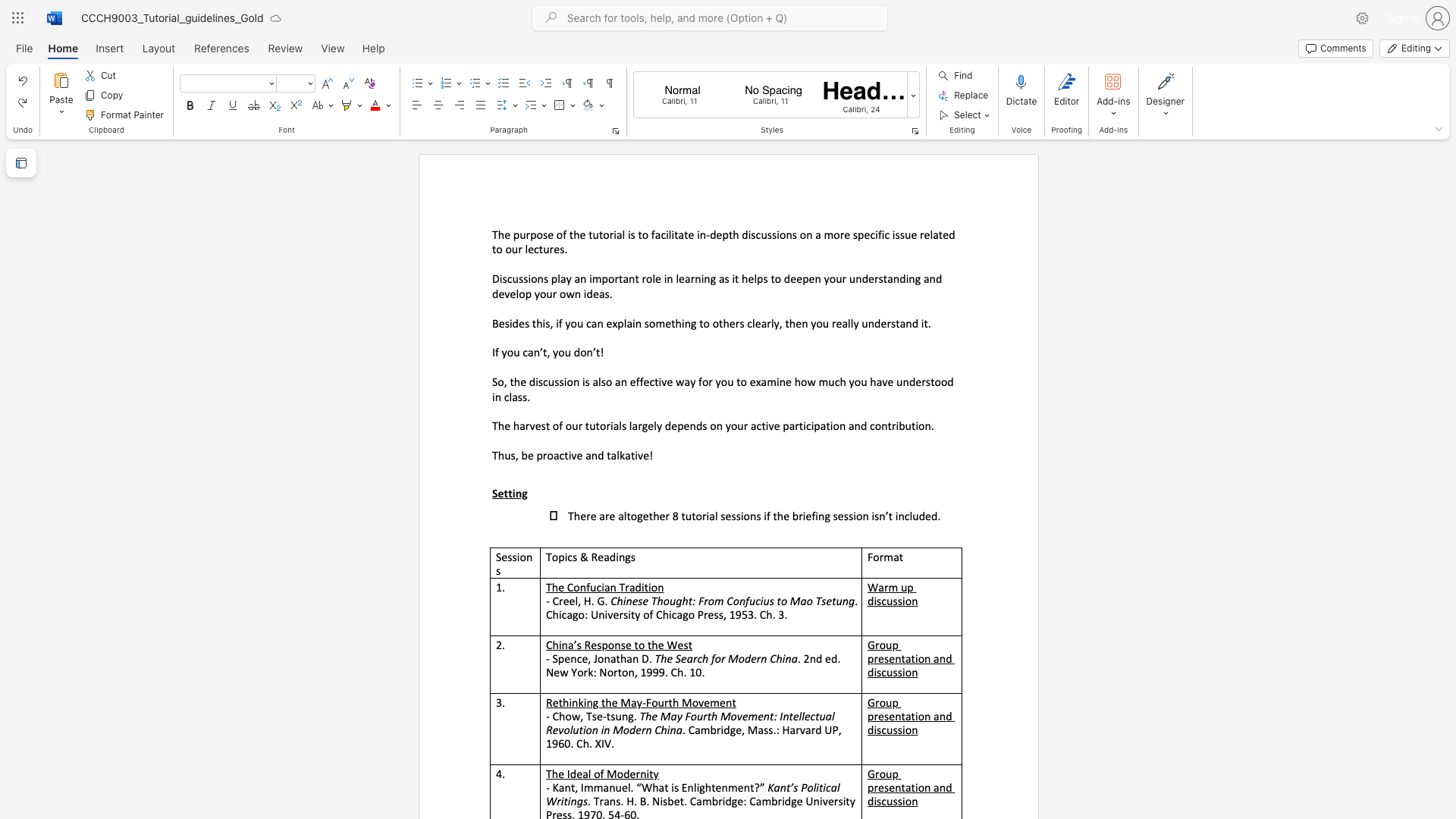  Describe the element at coordinates (785, 322) in the screenshot. I see `the subset text "then you really unders" within the text "Besides this, if you can explain something to others clearly, then you really understand it."` at that location.